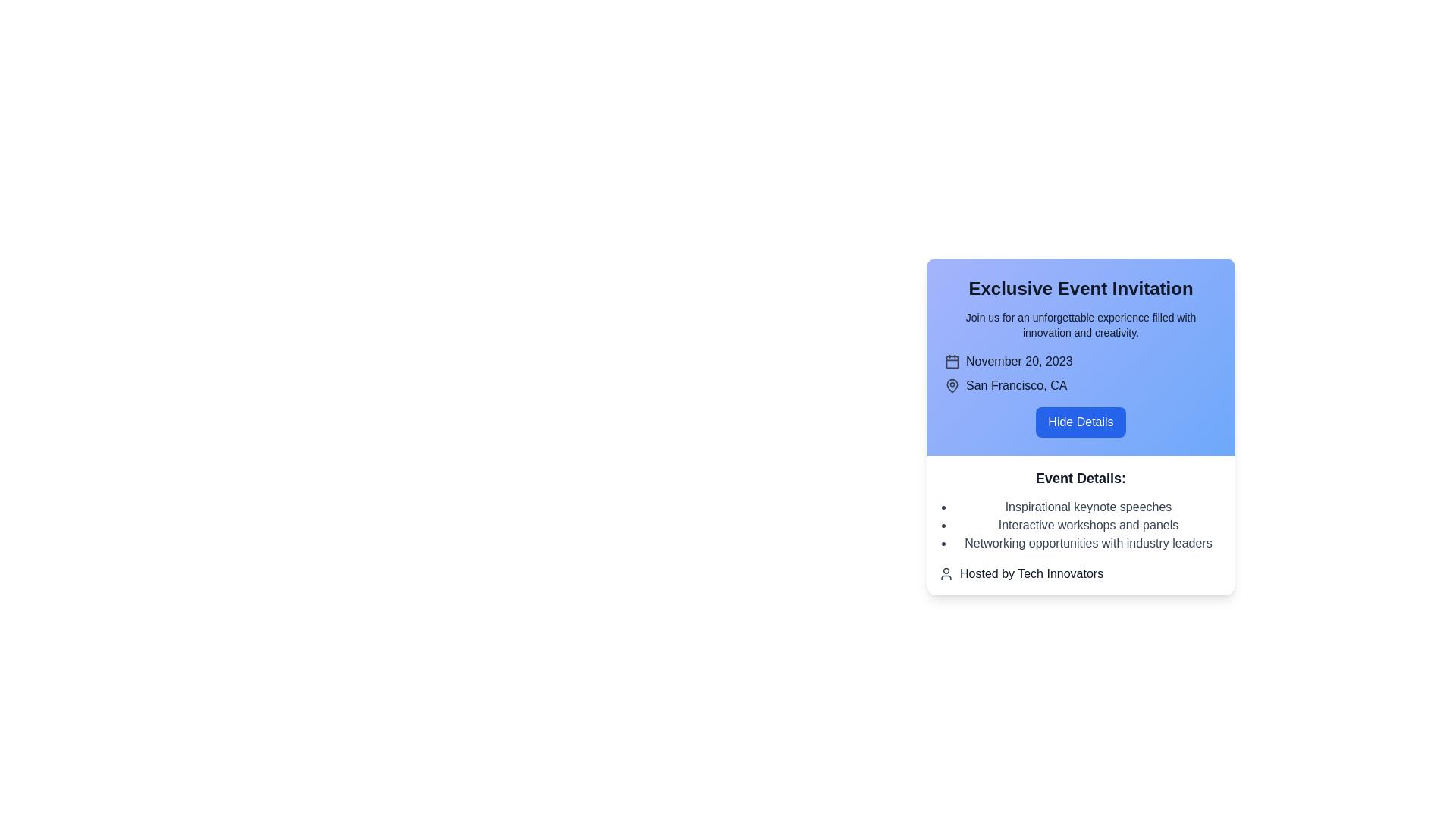 This screenshot has width=1456, height=819. Describe the element at coordinates (952, 384) in the screenshot. I see `the graphical icon representing a map pin located to the left of the text 'San Francisco, CA' in the event detail section` at that location.